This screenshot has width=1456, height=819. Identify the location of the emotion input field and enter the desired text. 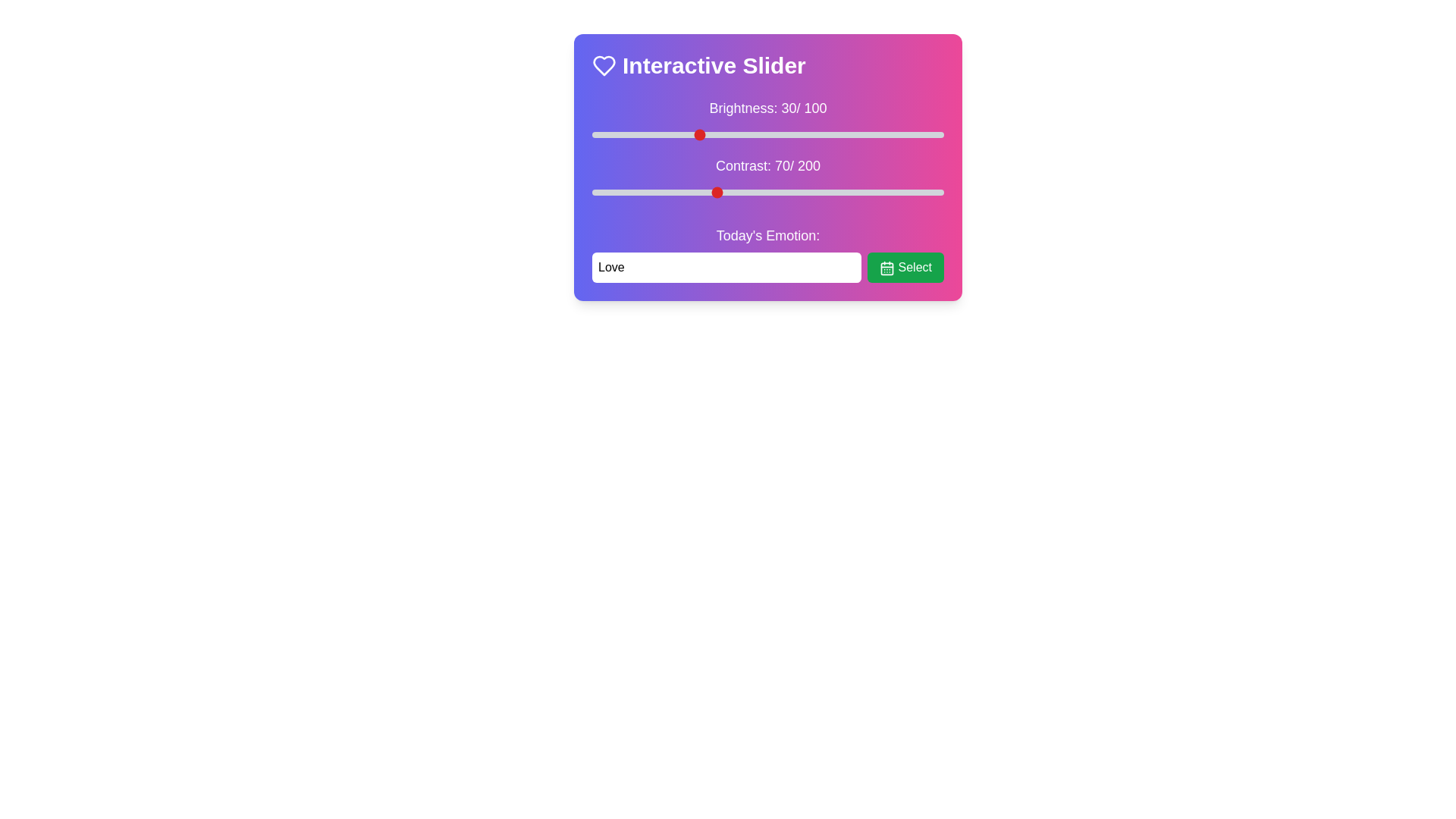
(726, 267).